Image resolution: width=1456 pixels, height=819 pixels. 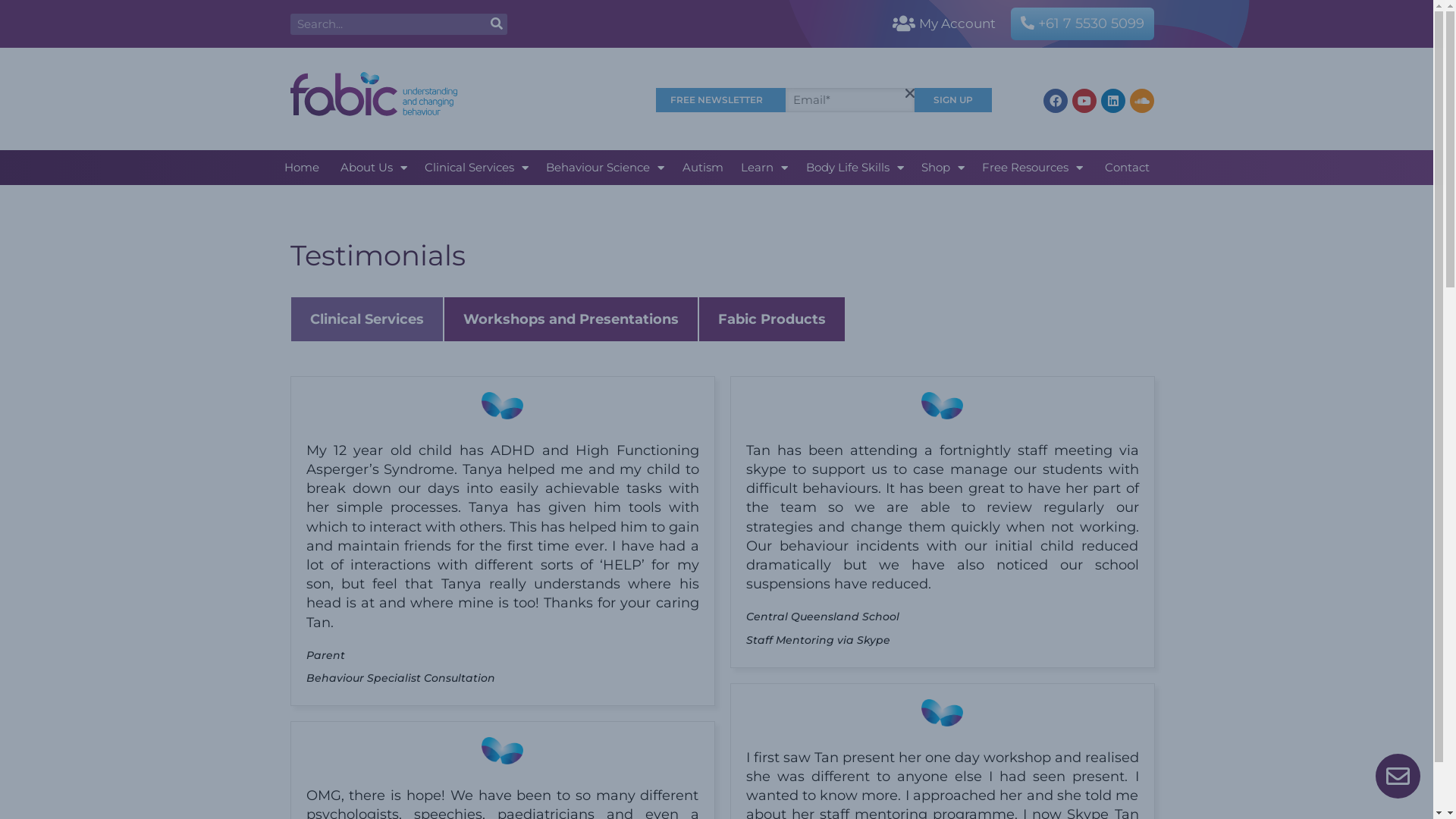 I want to click on 'Autism', so click(x=701, y=167).